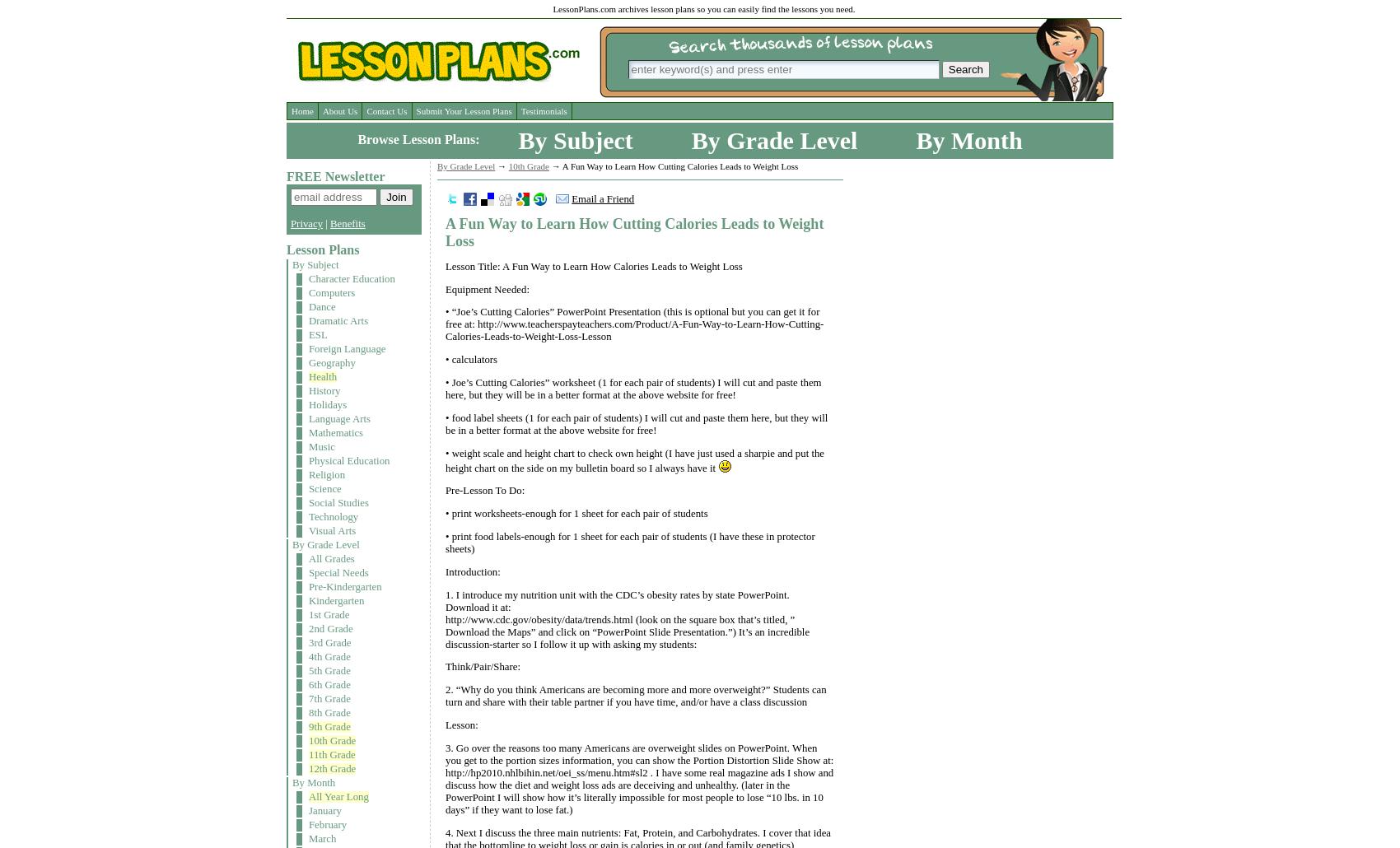 The image size is (1400, 848). I want to click on '• print food labels-enough for 1 sheet for each pair of students (I have these in protector sheets)', so click(629, 541).